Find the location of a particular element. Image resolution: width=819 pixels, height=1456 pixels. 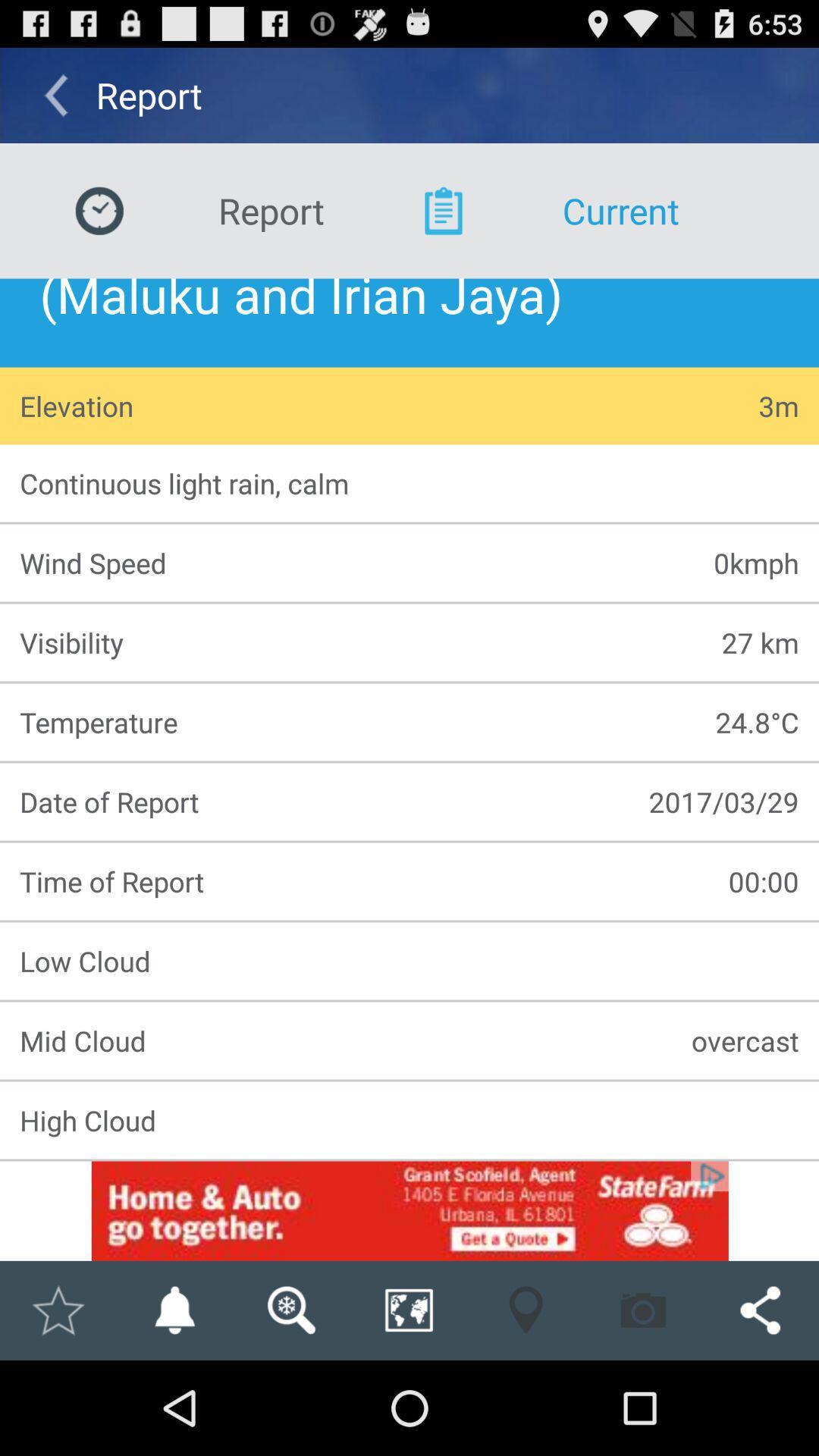

menu page is located at coordinates (409, 1210).